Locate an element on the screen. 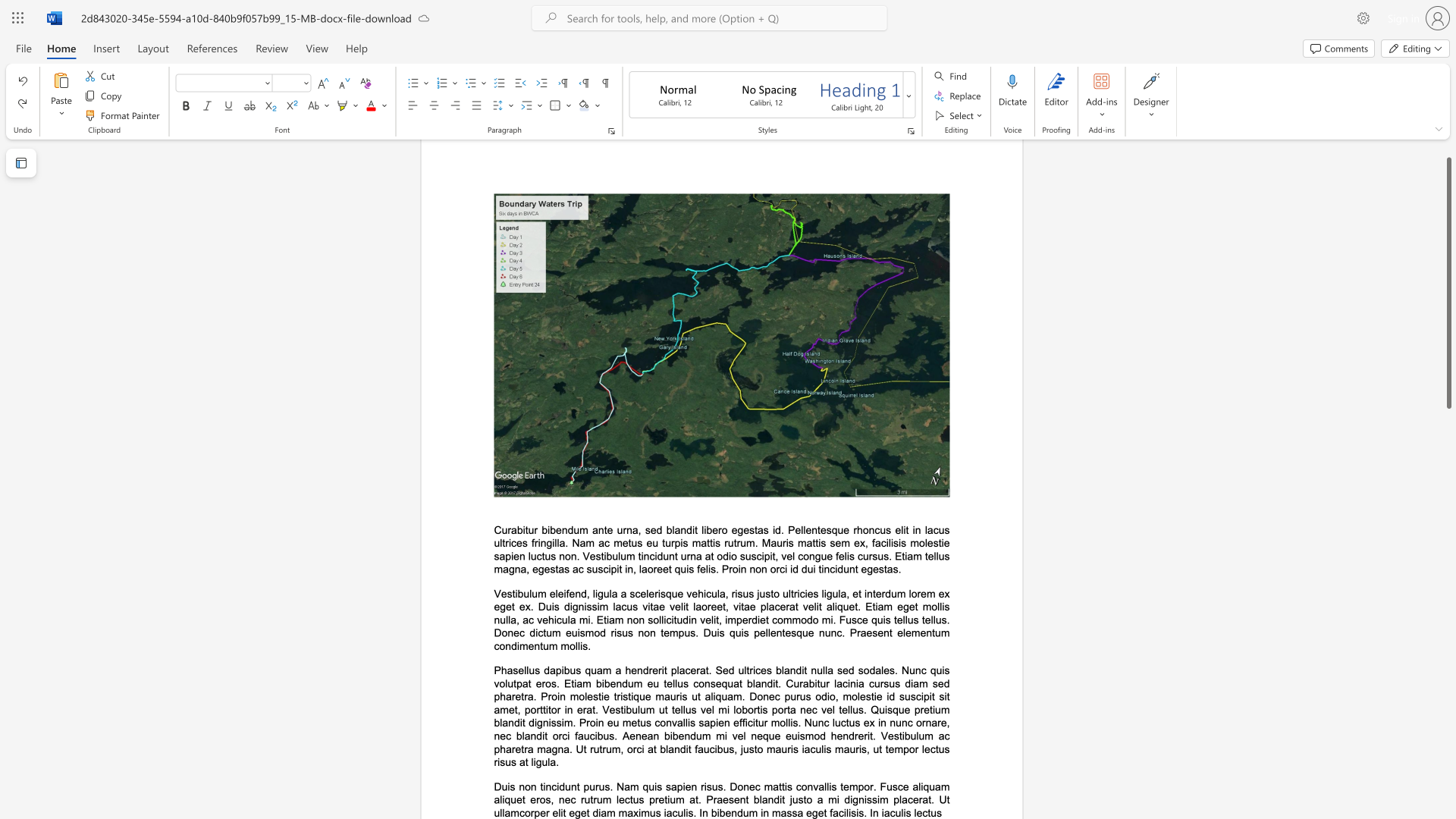  the subset text "amcorper elit eget diam maximus iaculis. In bibend" within the text "Duis non tincidunt purus. Nam quis sapien risus. Donec mattis convallis tempor. Fusce aliquam aliquet eros, nec rutrum lectus pretium at. Praesent blandit justo a mi dignissim placerat. Ut ullamcorper elit eget diam maximus iaculis. In bibendum in massa eget facilisis. In iaculis lectus" is located at coordinates (504, 812).